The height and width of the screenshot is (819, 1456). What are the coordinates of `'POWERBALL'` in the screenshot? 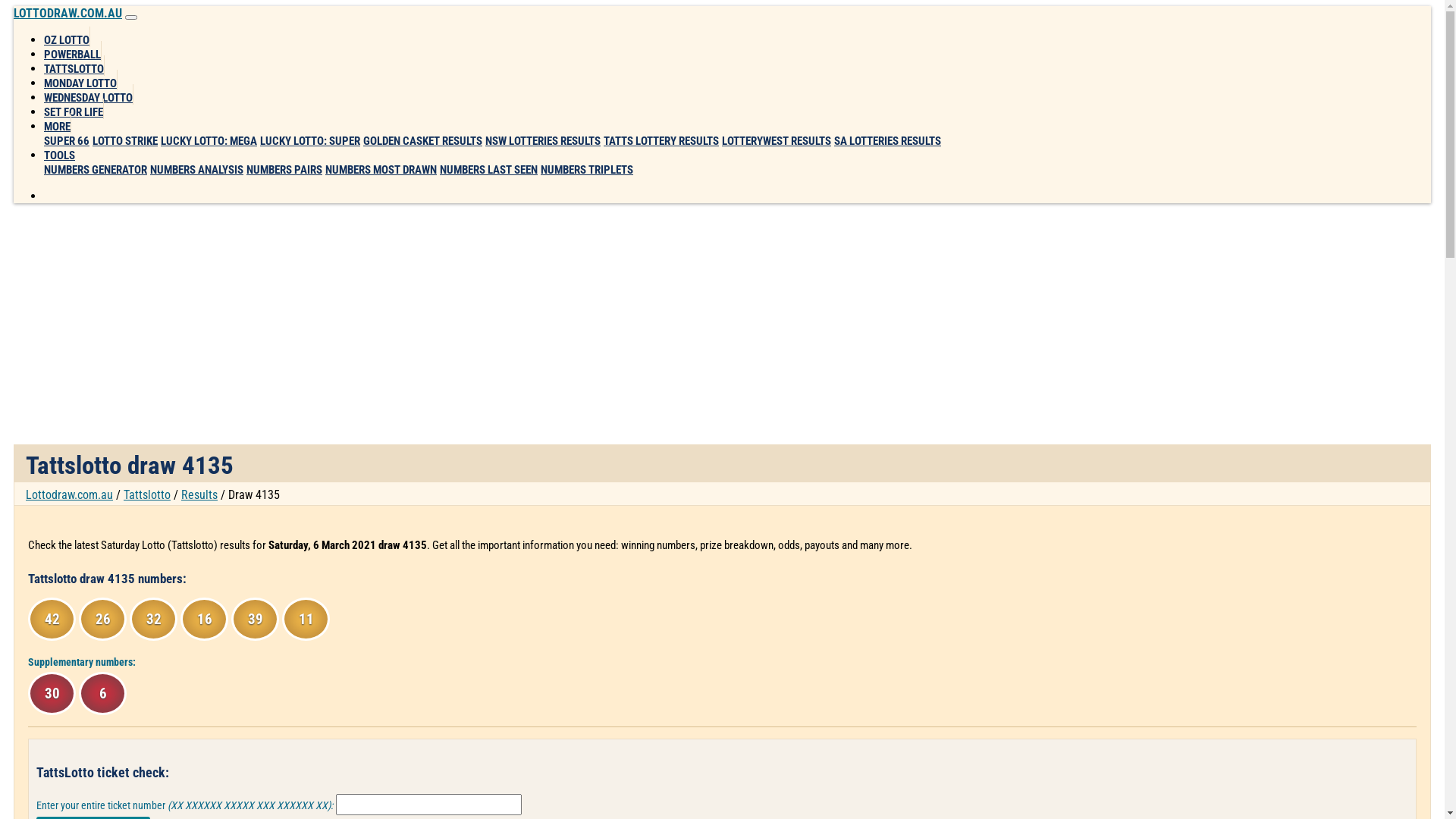 It's located at (43, 50).